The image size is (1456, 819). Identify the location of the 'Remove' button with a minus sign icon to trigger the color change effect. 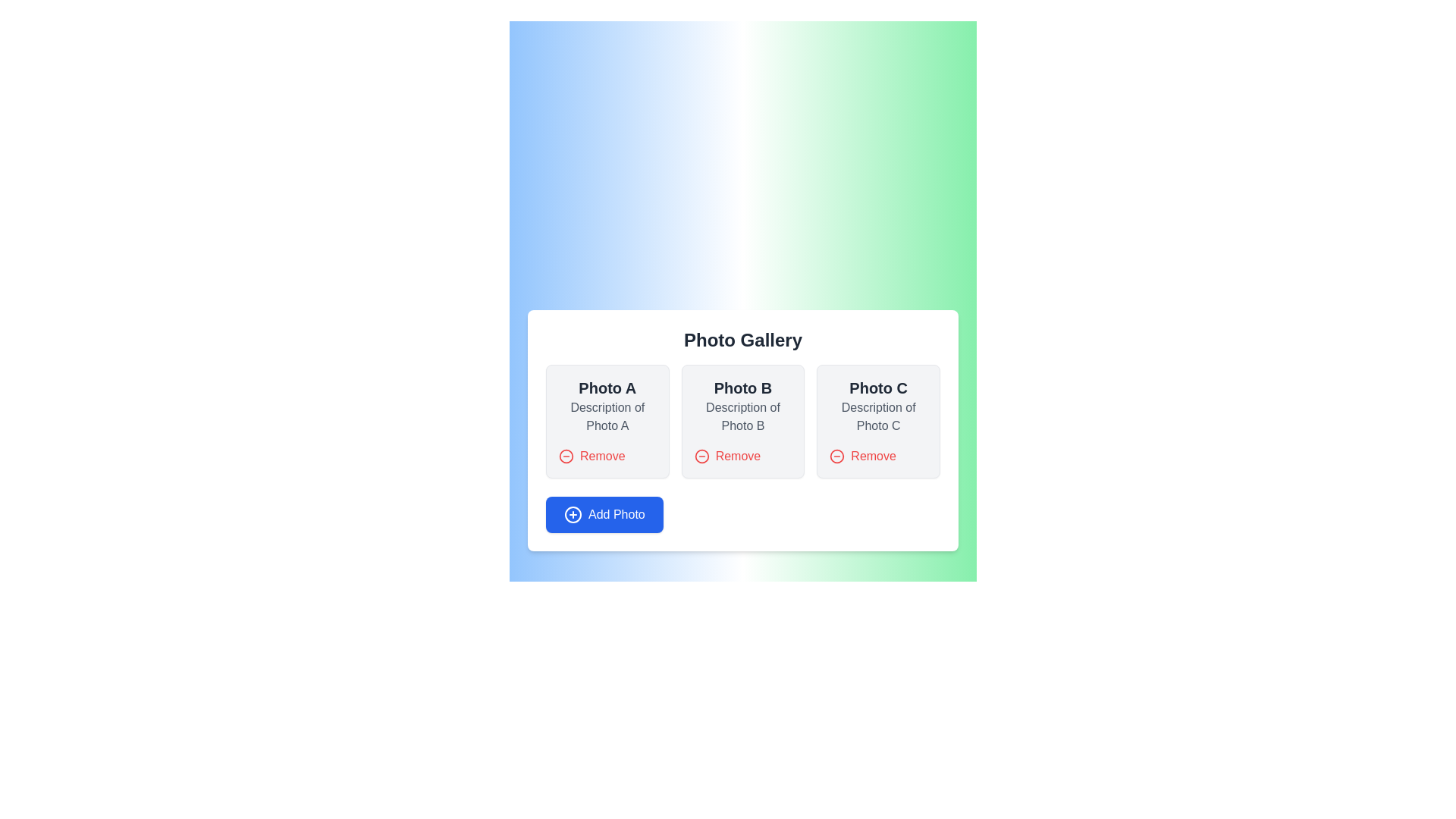
(591, 455).